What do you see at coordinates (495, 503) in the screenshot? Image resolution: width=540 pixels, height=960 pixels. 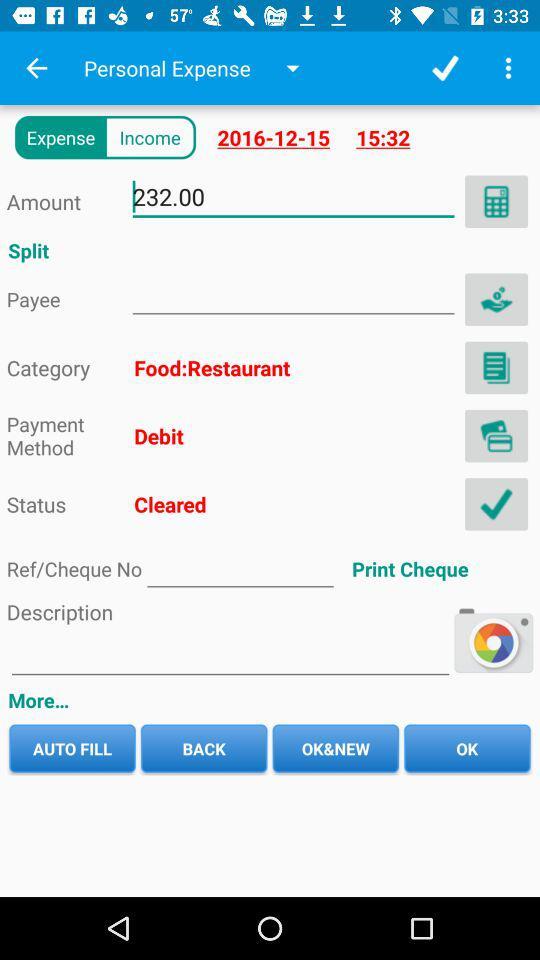 I see `clear option` at bounding box center [495, 503].